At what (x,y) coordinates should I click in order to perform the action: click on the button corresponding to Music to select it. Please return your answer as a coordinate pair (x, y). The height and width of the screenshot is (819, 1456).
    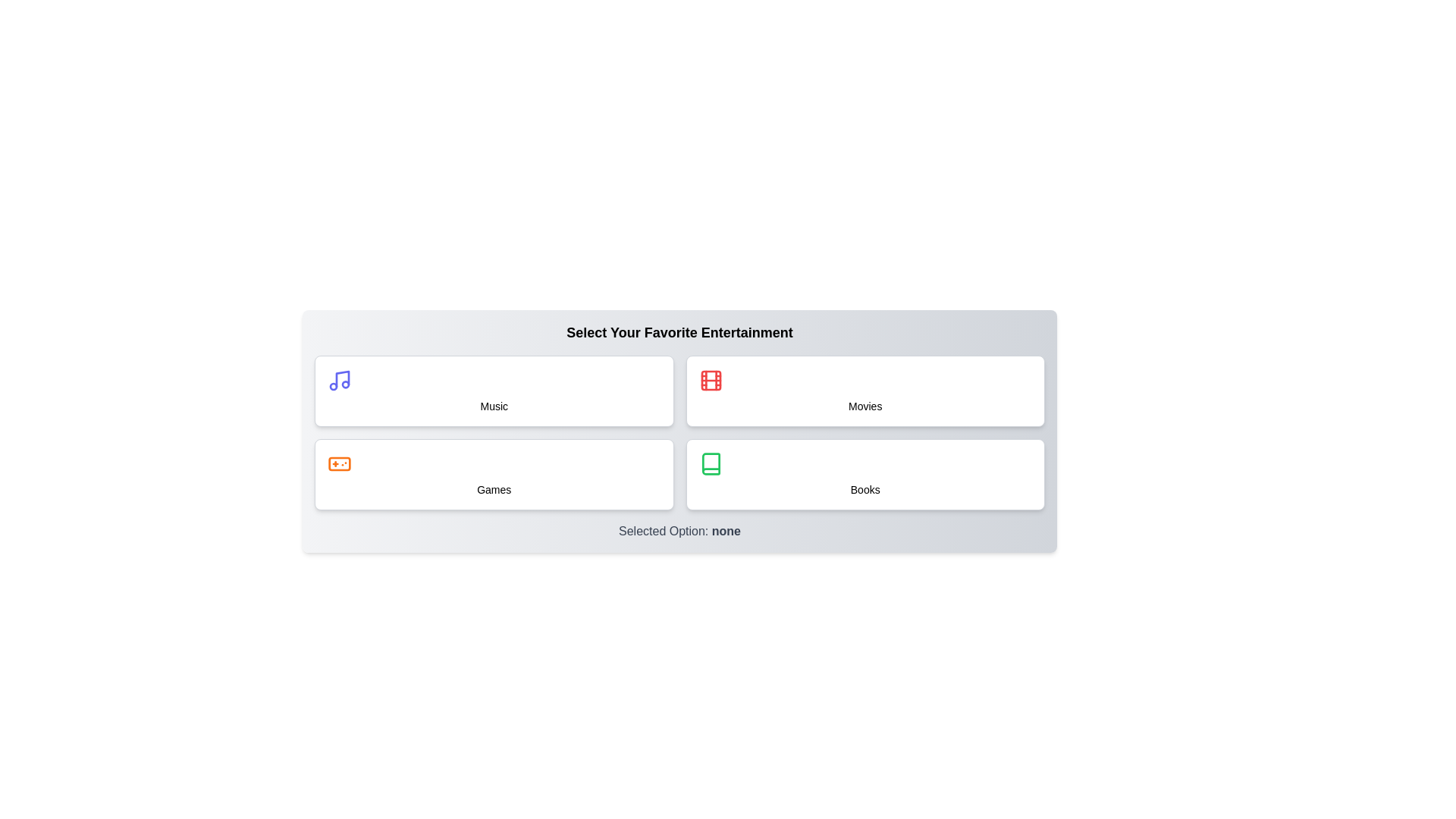
    Looking at the image, I should click on (494, 391).